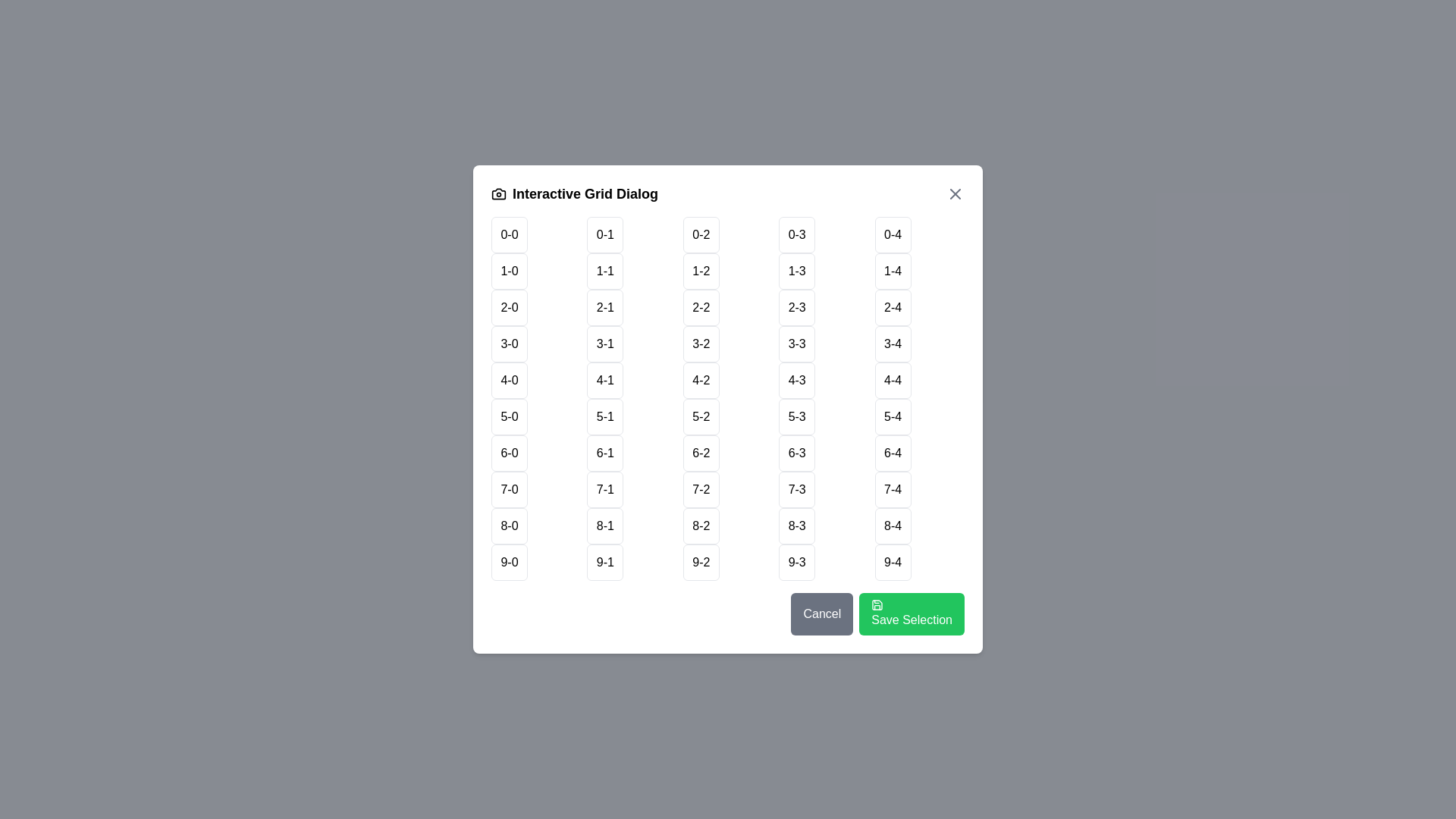  I want to click on 'Save Selection' button to save the selected cell, so click(911, 614).